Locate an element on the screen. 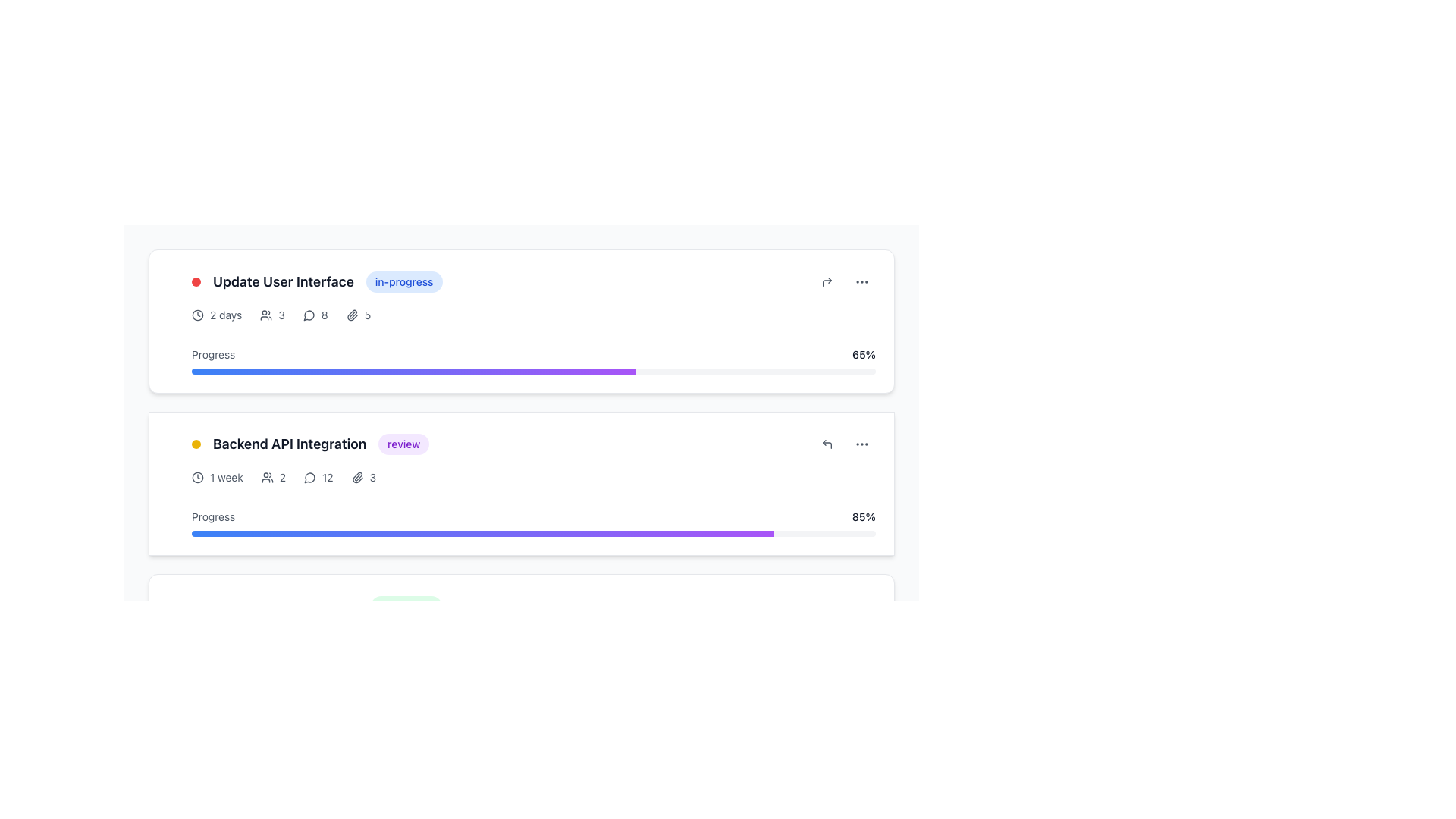  the 'review' status label located at the right end of the 'Backend API Integration' header within the task card is located at coordinates (403, 444).